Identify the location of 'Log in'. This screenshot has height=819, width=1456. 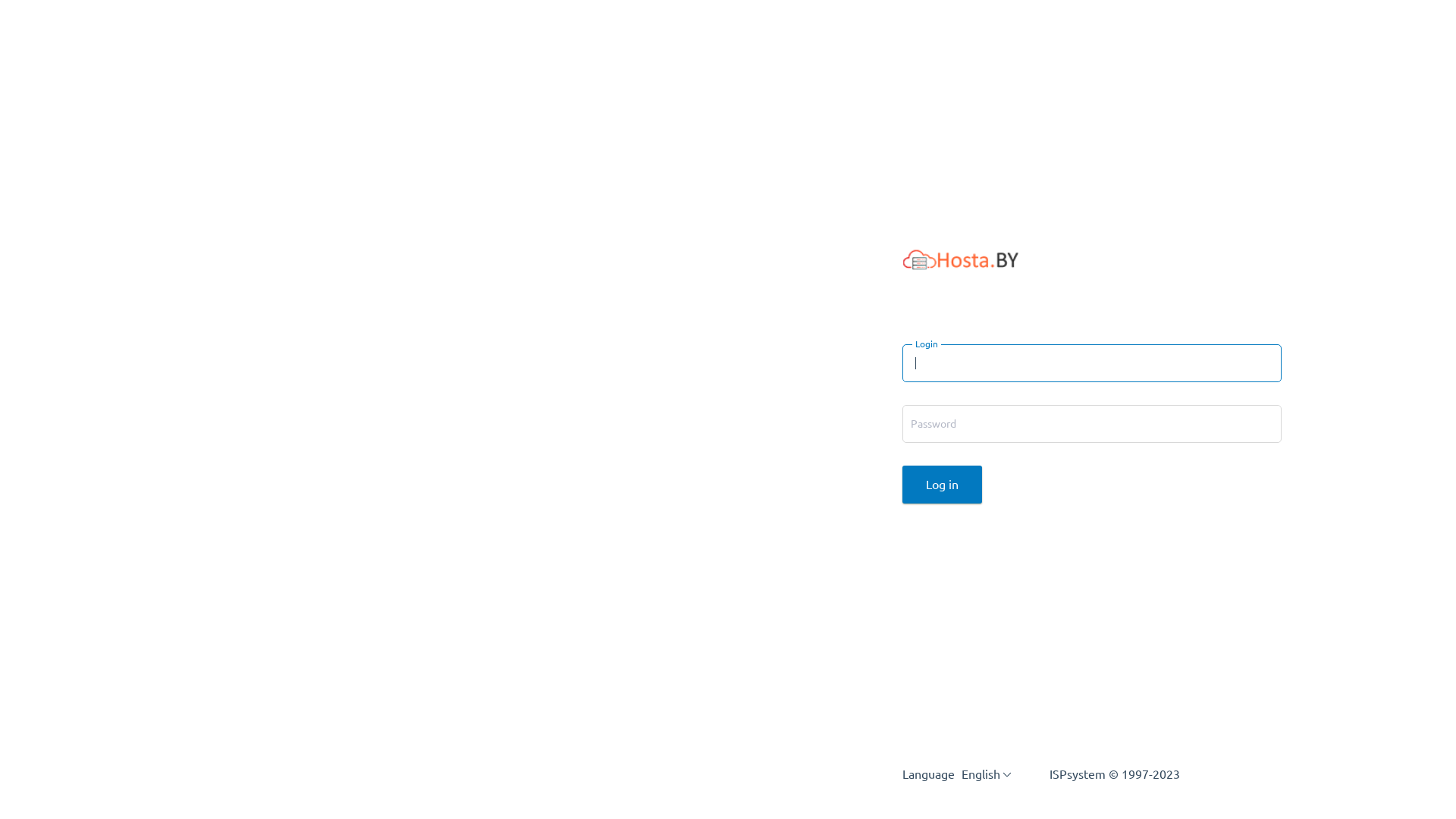
(941, 485).